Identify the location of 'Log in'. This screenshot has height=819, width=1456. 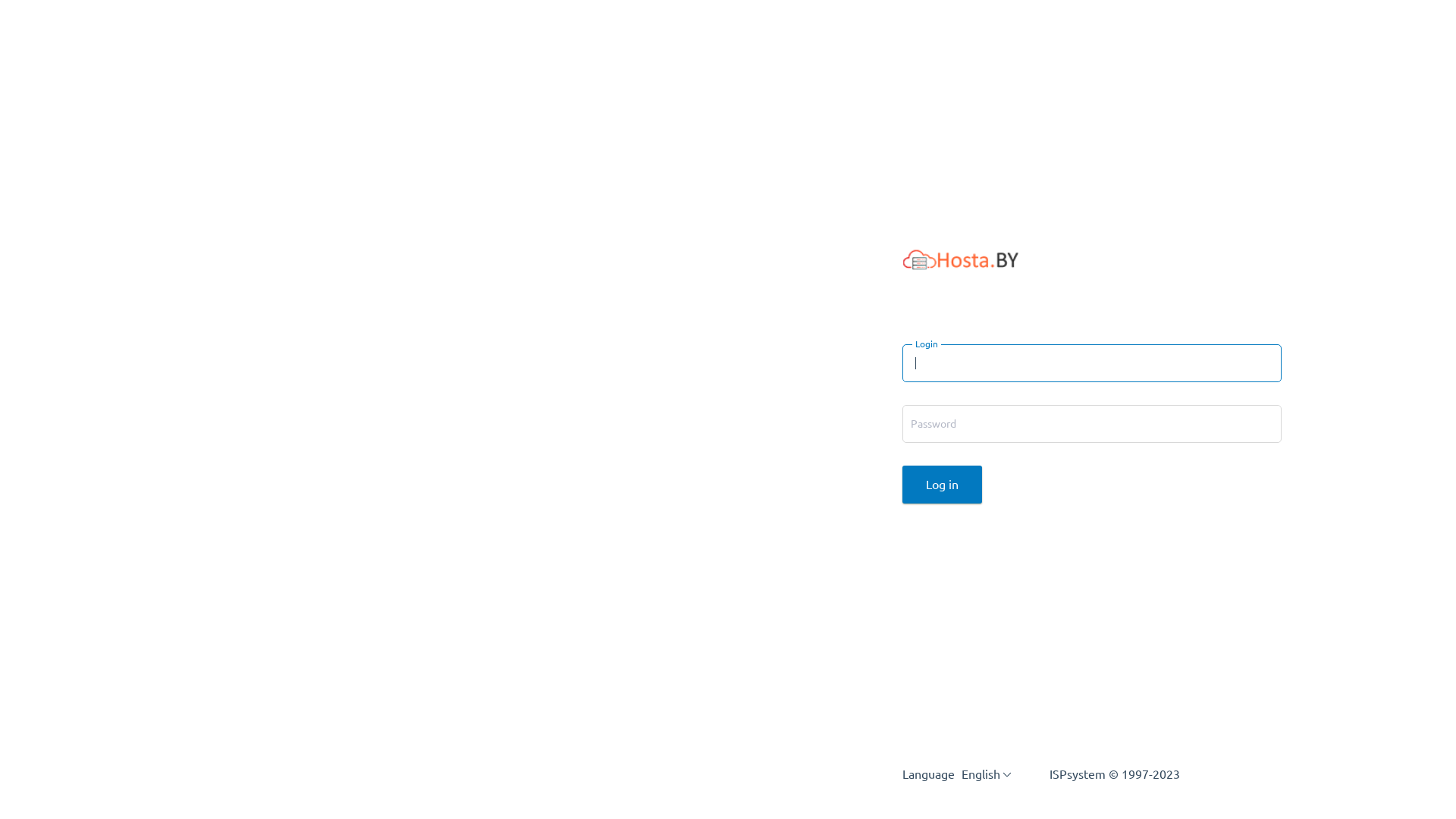
(941, 485).